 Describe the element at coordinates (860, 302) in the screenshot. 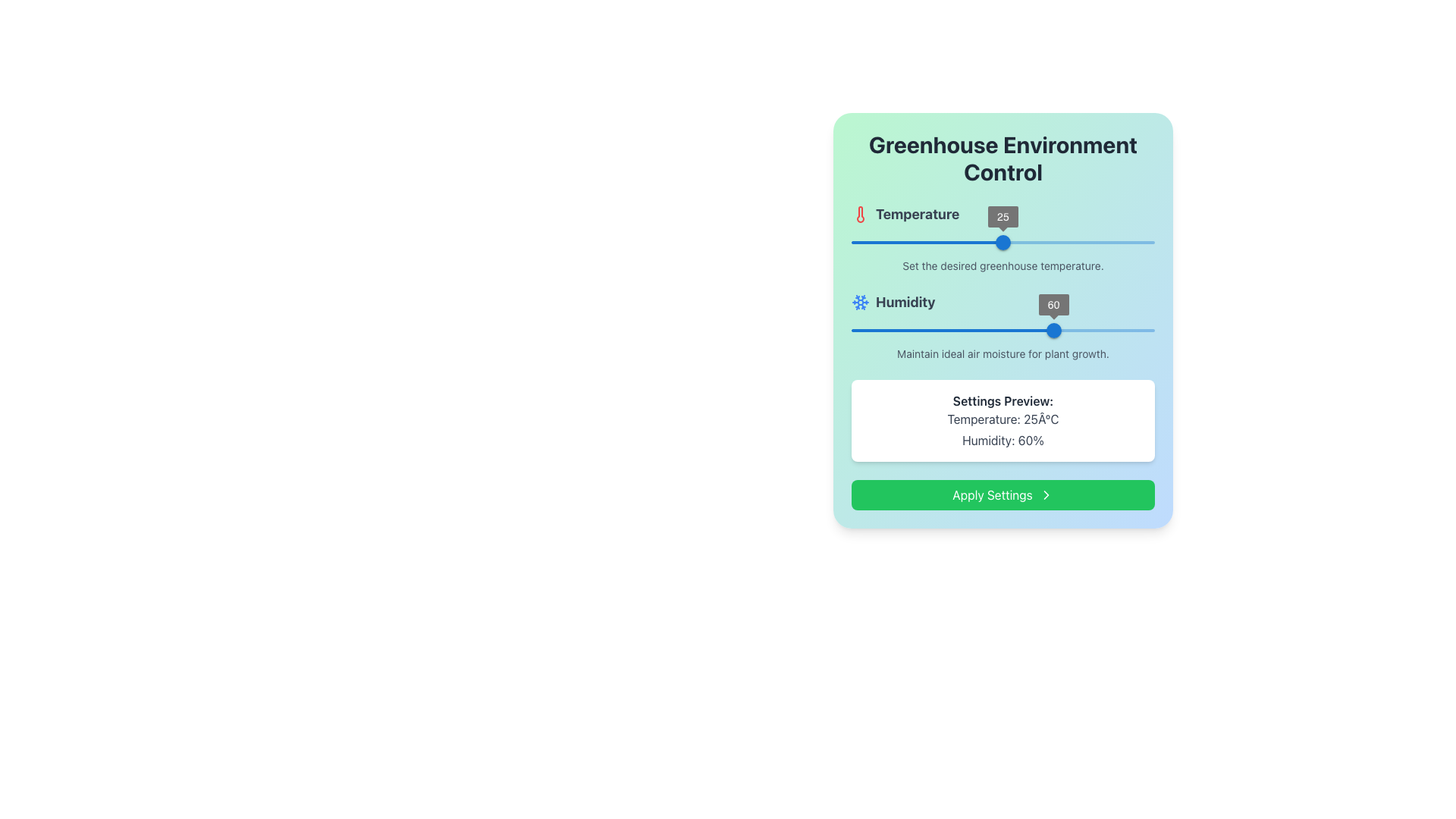

I see `the snowflake icon styled with a blue color scheme, located next to the 'Humidity' label in the 'Greenhouse Environment Control' interface` at that location.